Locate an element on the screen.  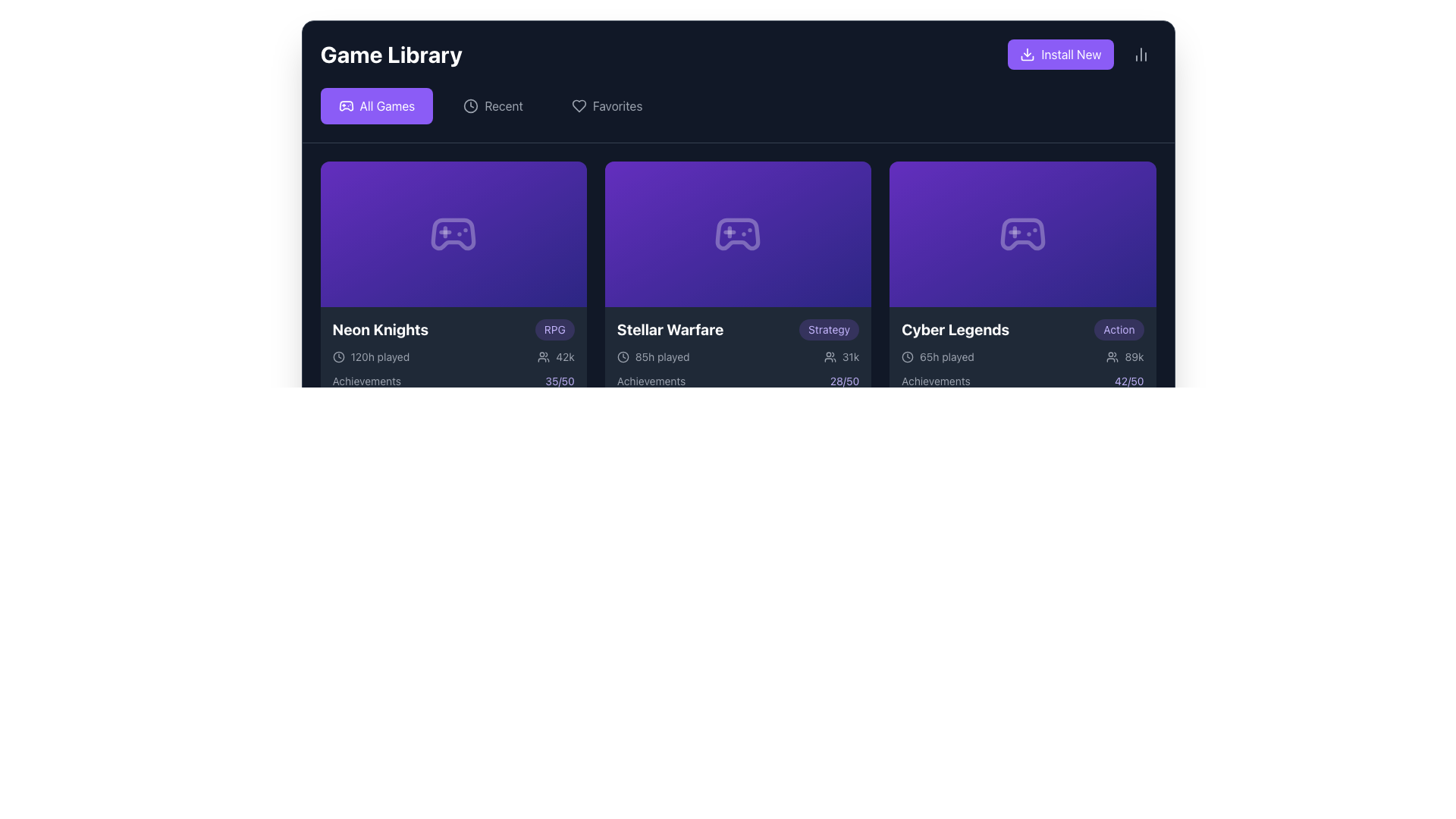
the decorative icon that indicates the content of the card for the game 'Neon Knights' in the Game Library interface, which is centered on the purple card background above the game title is located at coordinates (453, 234).